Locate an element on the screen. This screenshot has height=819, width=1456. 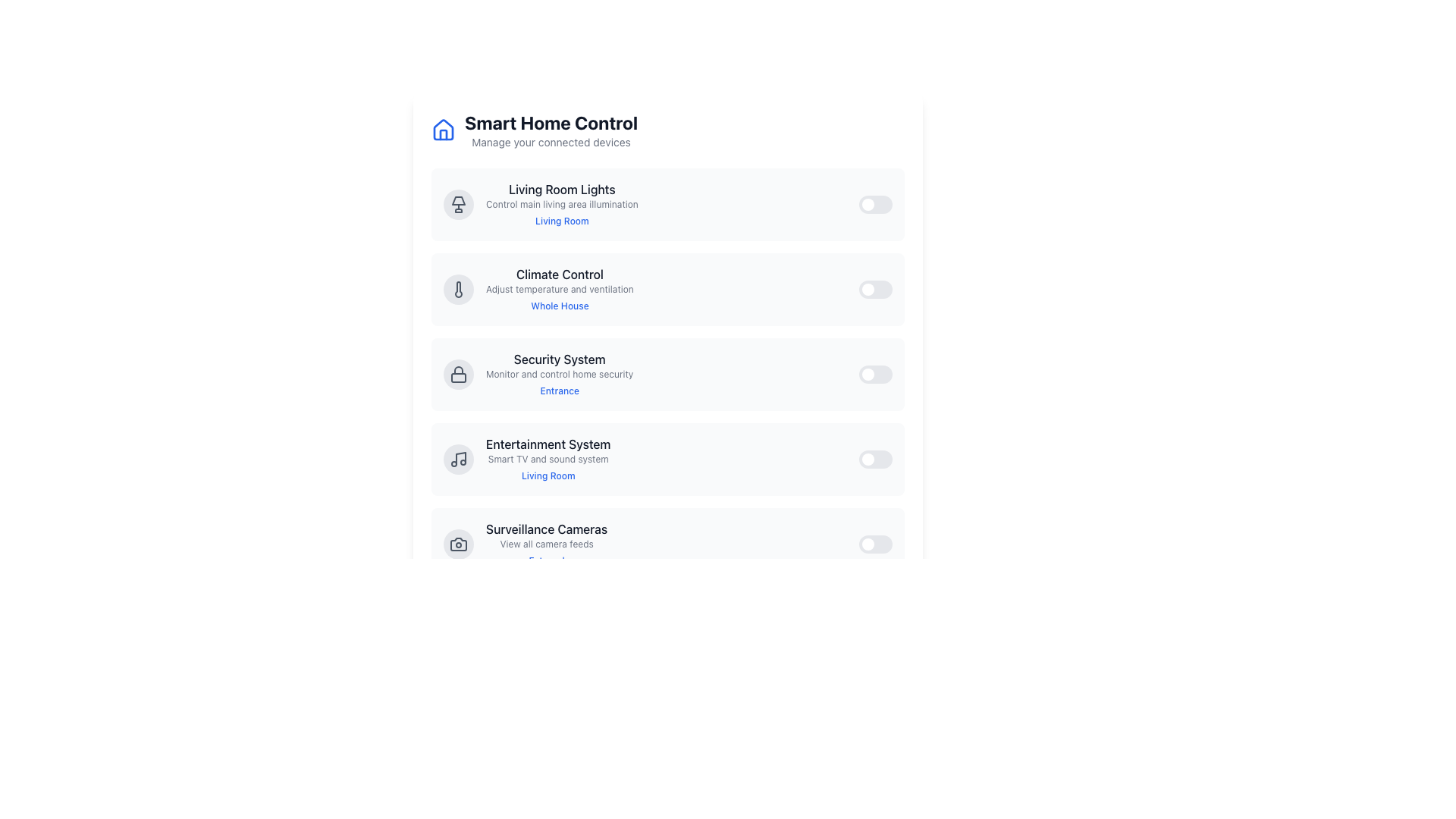
the toggle switch for 'Living Room Lights' located on the far-right end of the UI panel is located at coordinates (876, 205).